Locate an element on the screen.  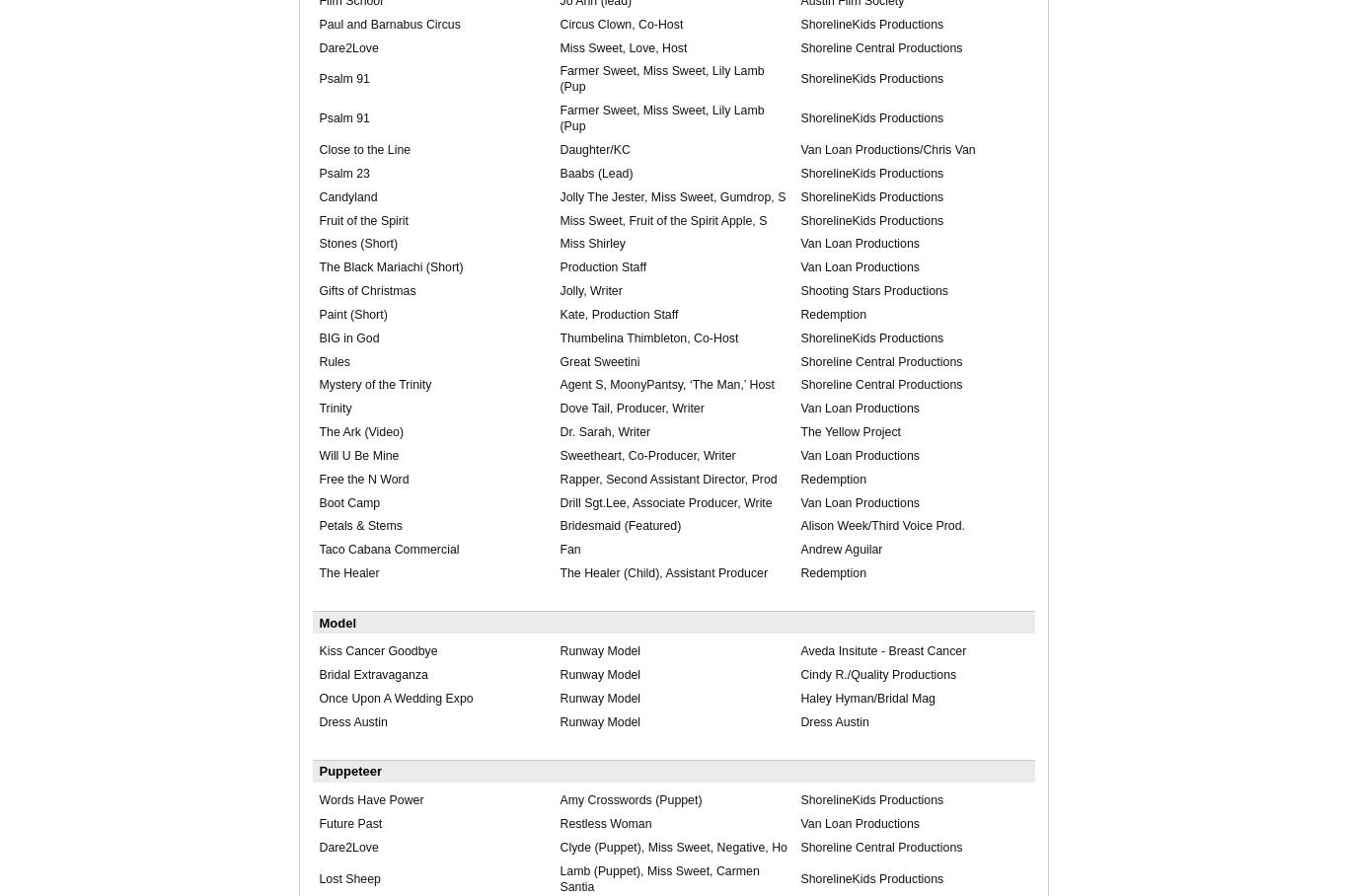
'Bridal Extravaganza' is located at coordinates (319, 673).